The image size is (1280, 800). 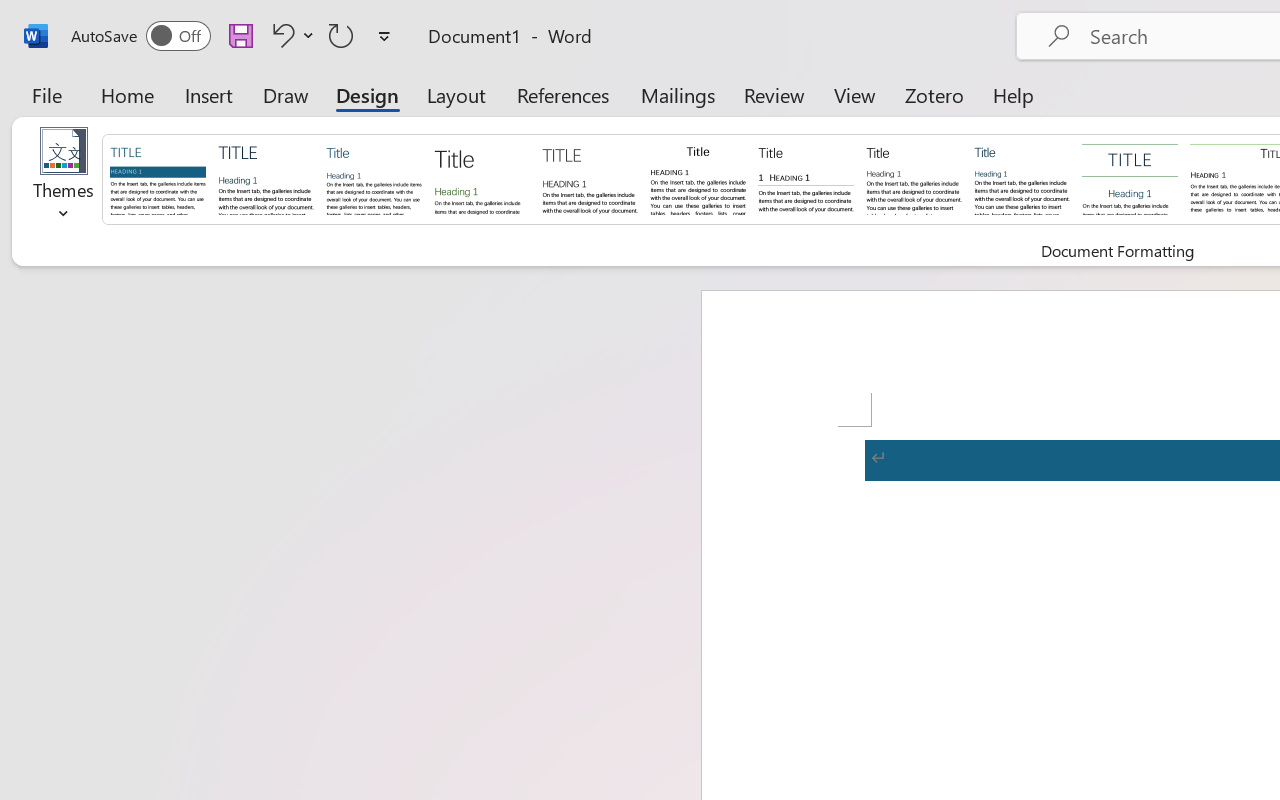 What do you see at coordinates (64, 179) in the screenshot?
I see `'Themes'` at bounding box center [64, 179].